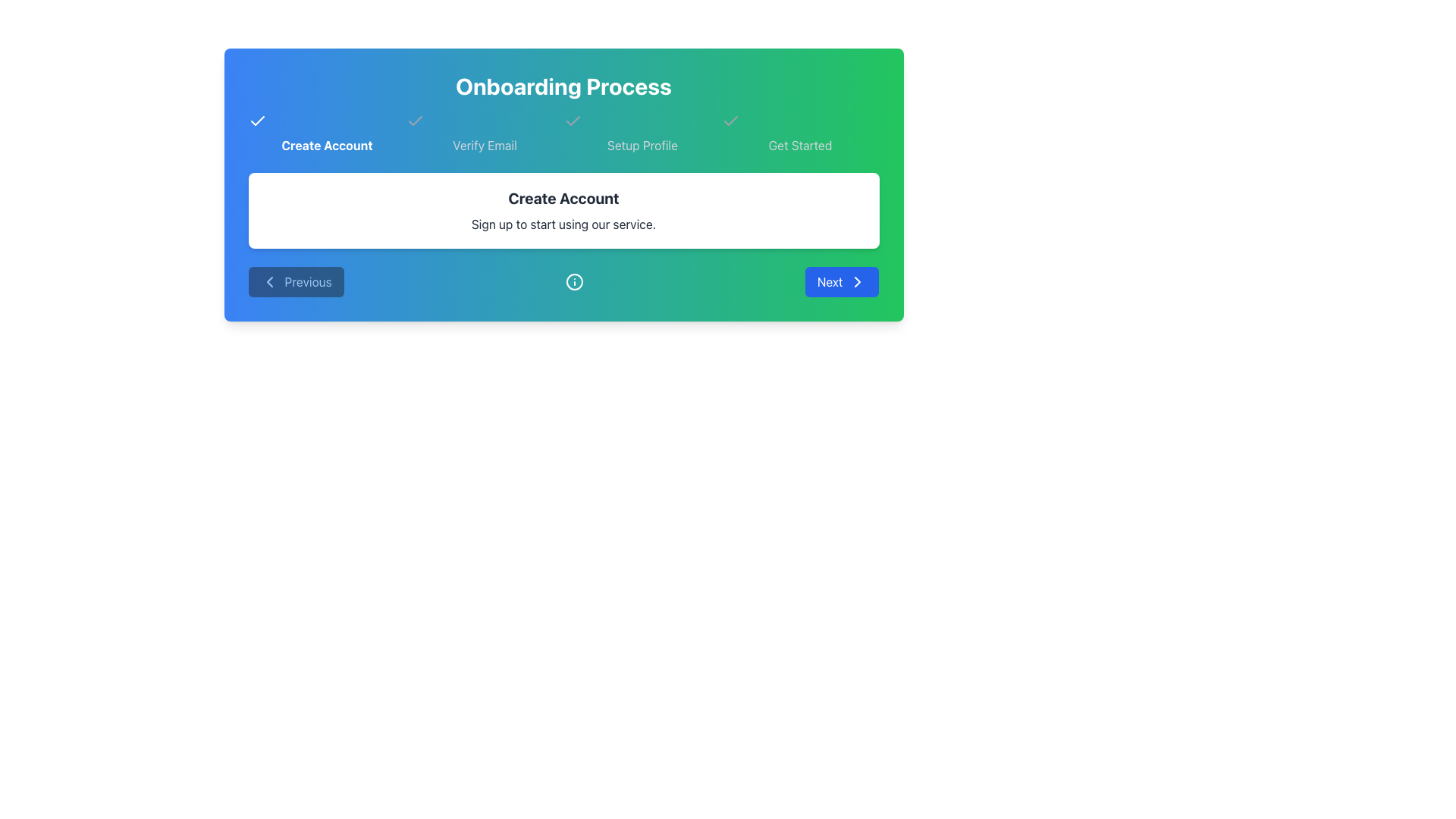  Describe the element at coordinates (326, 133) in the screenshot. I see `the 'Create Account' text label, which is the first item in the navigation bar with bold white text on a blue-green gradient background` at that location.